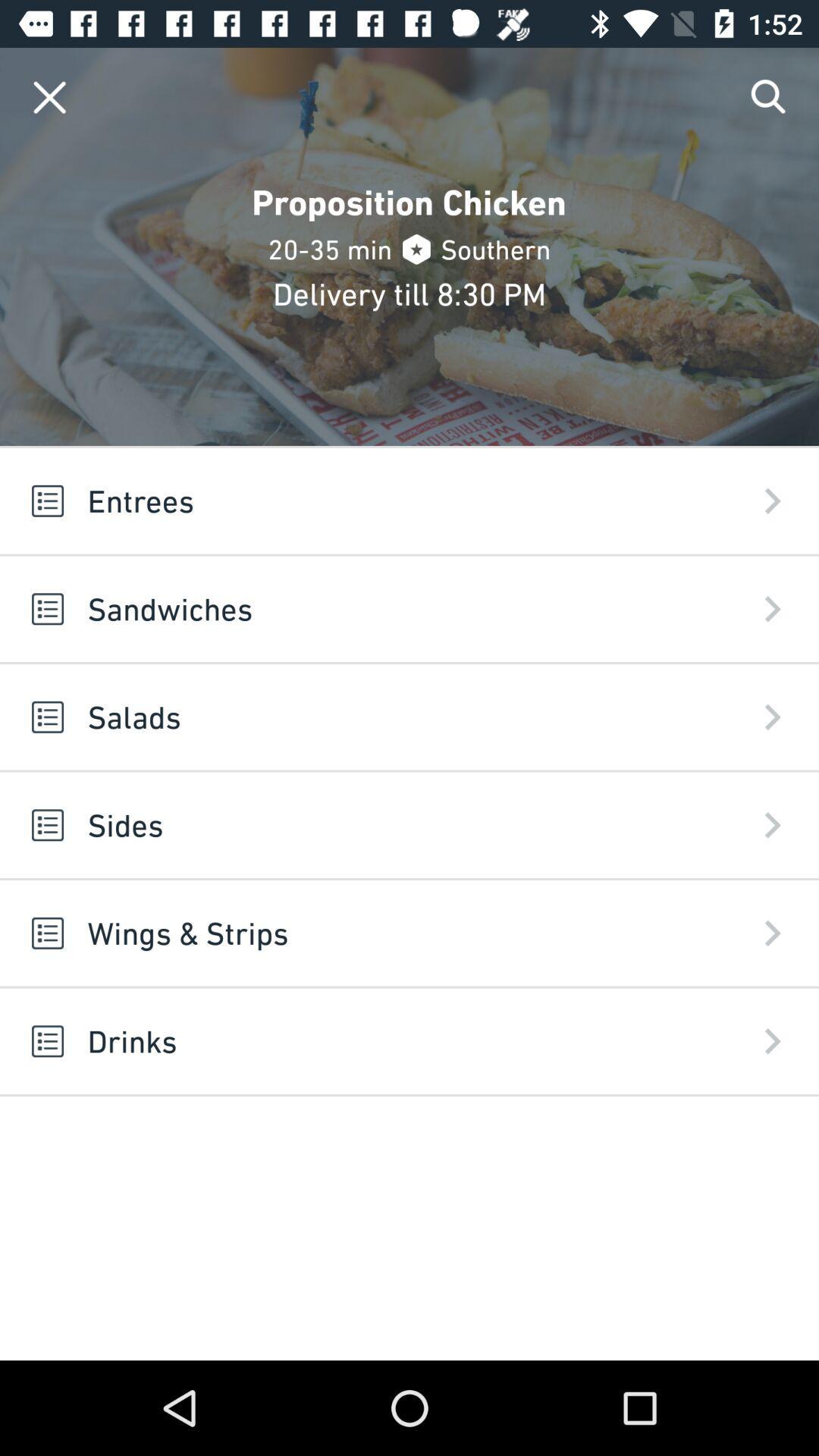 This screenshot has height=1456, width=819. What do you see at coordinates (769, 96) in the screenshot?
I see `search icon` at bounding box center [769, 96].